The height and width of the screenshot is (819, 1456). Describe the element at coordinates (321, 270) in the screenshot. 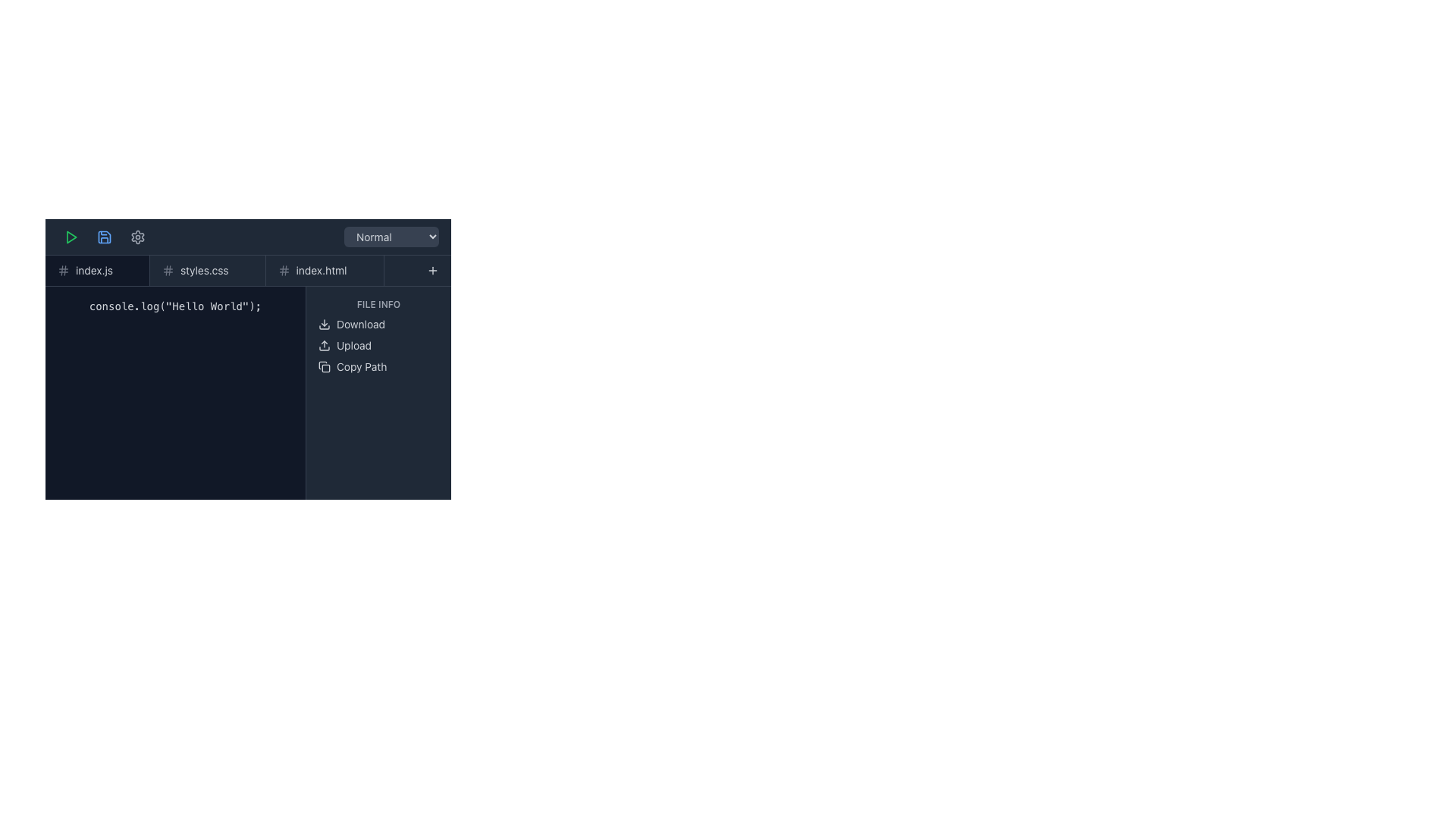

I see `the text label 'index.html' which is the third file tab in a row of tabs in a code editor interface` at that location.